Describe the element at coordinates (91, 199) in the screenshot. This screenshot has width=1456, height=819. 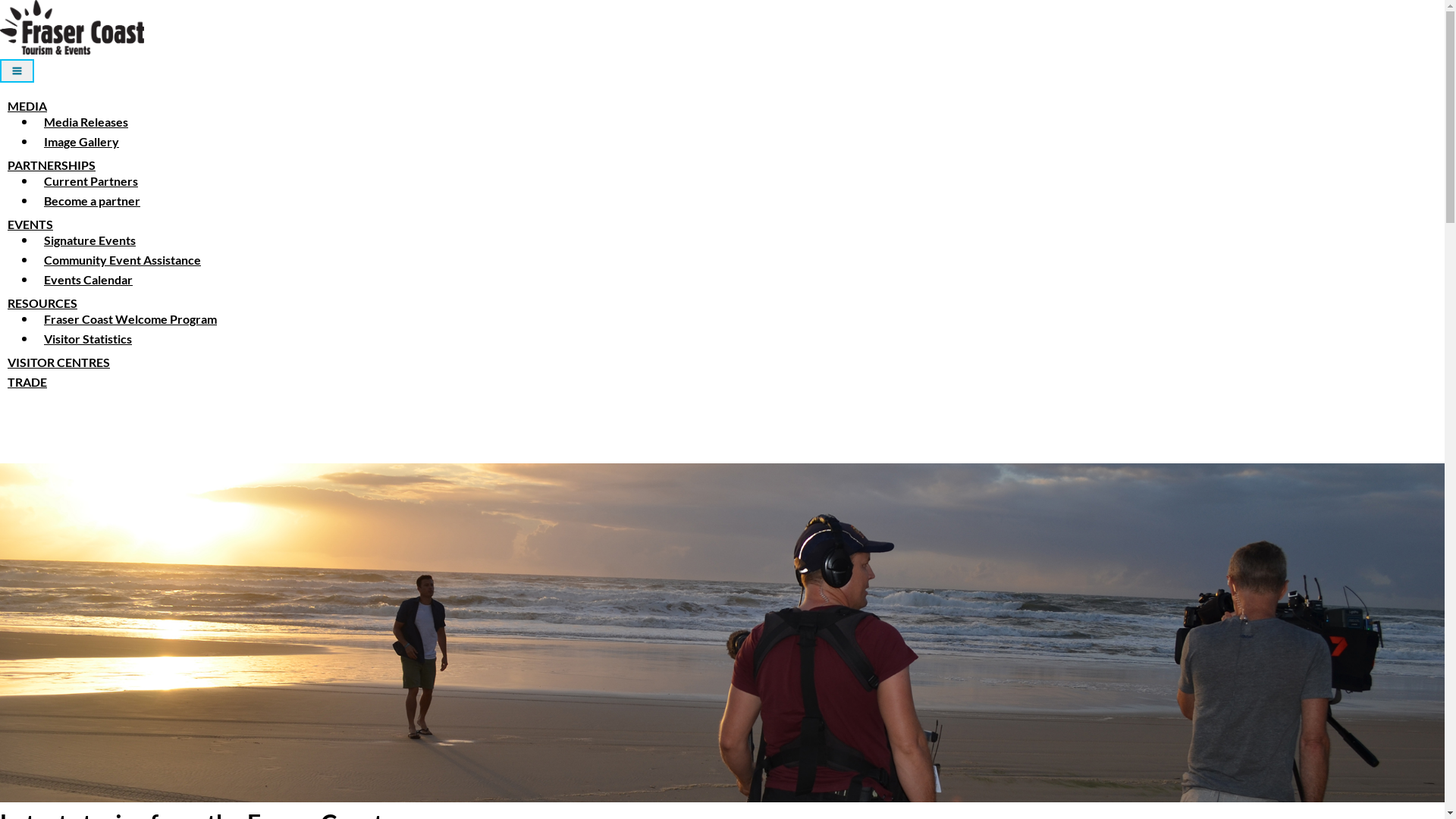
I see `'Become a partner'` at that location.